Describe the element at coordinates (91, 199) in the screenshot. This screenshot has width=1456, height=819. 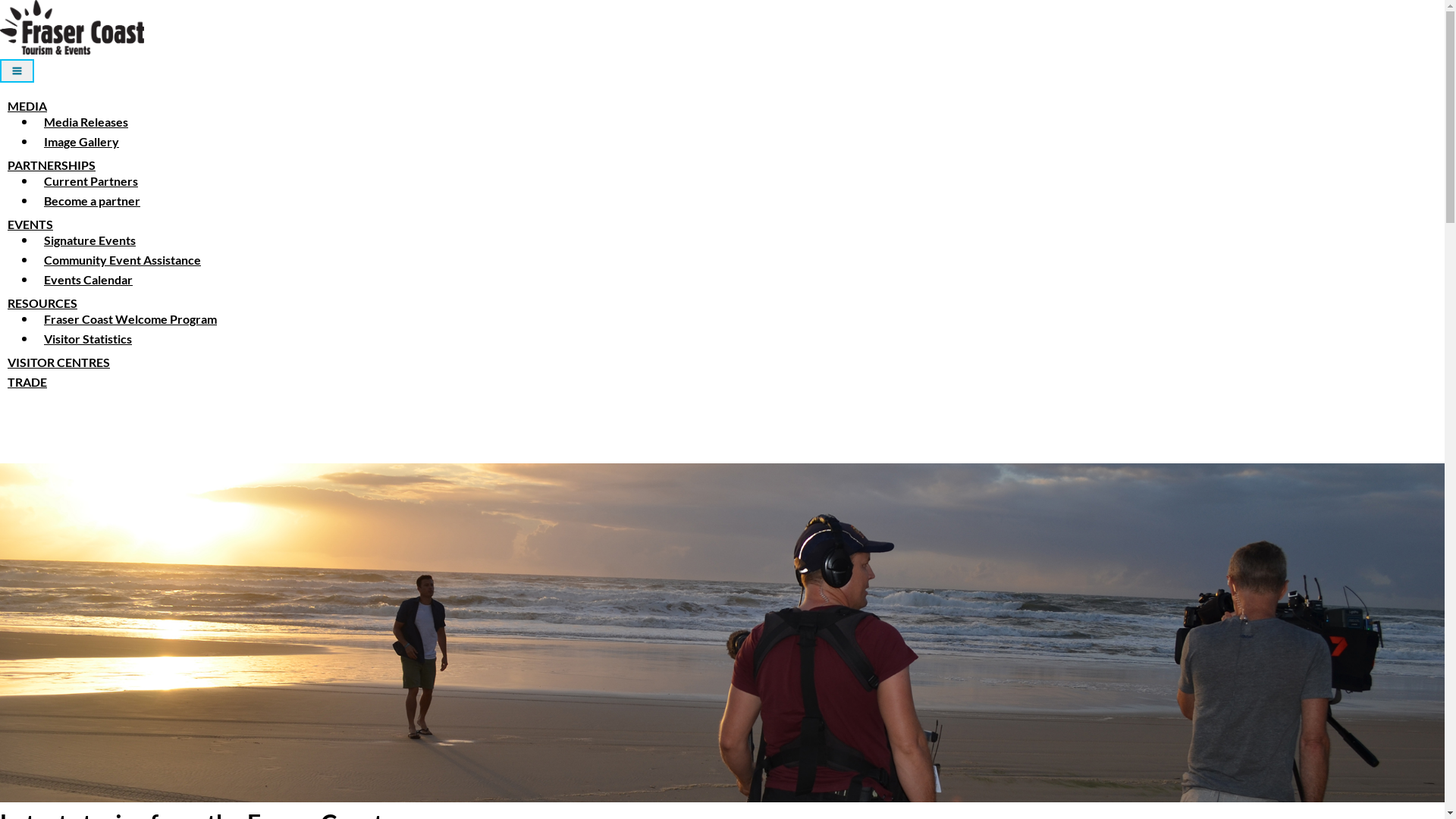
I see `'Become a partner'` at that location.